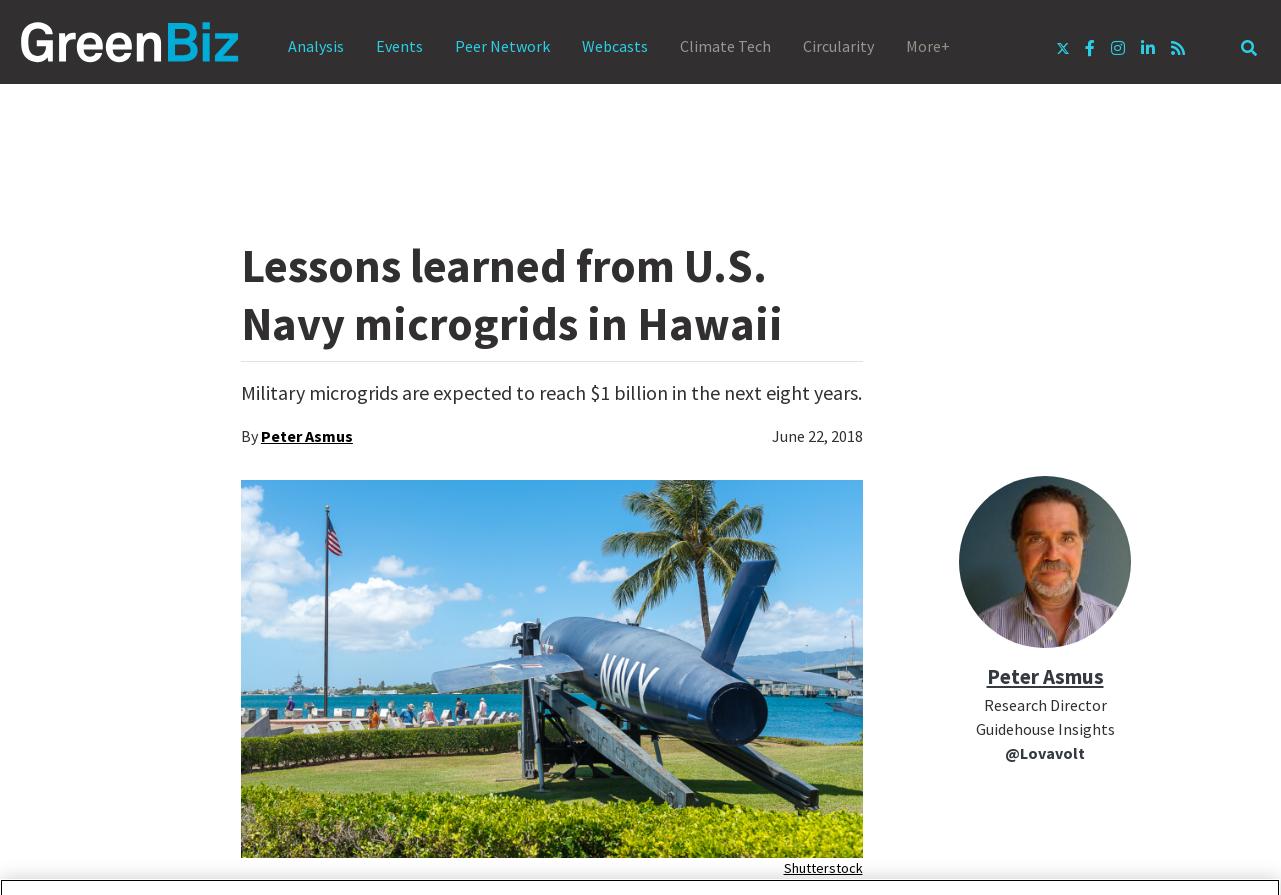 The height and width of the screenshot is (895, 1281). I want to click on '@Lovavolt', so click(1044, 751).